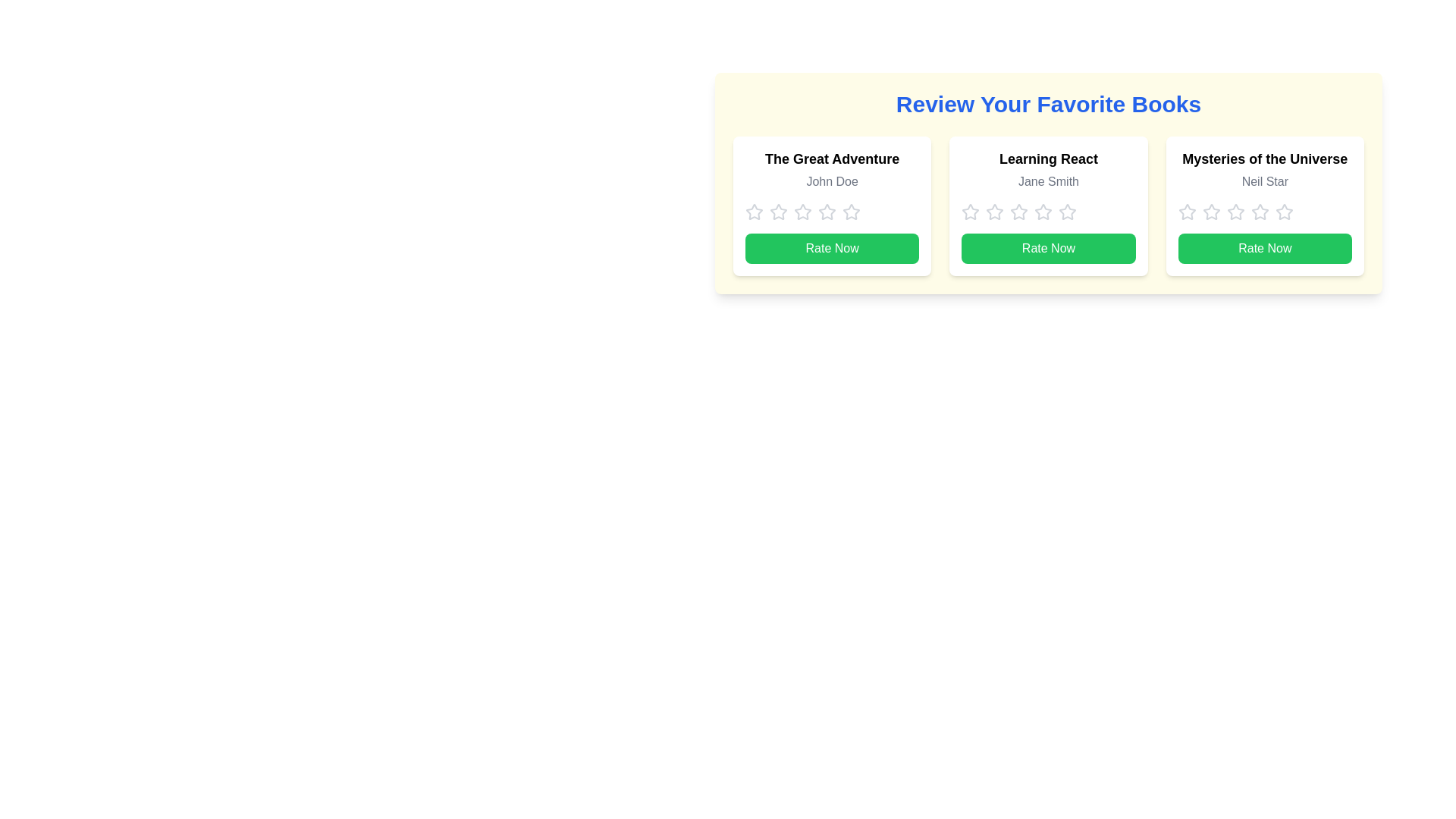 This screenshot has width=1456, height=819. What do you see at coordinates (1265, 171) in the screenshot?
I see `text content of the text block titled 'Mysteries of the Universe' with the subtitle 'Neil Star', located in the rightmost card under 'Review Your Favorite Books'` at bounding box center [1265, 171].